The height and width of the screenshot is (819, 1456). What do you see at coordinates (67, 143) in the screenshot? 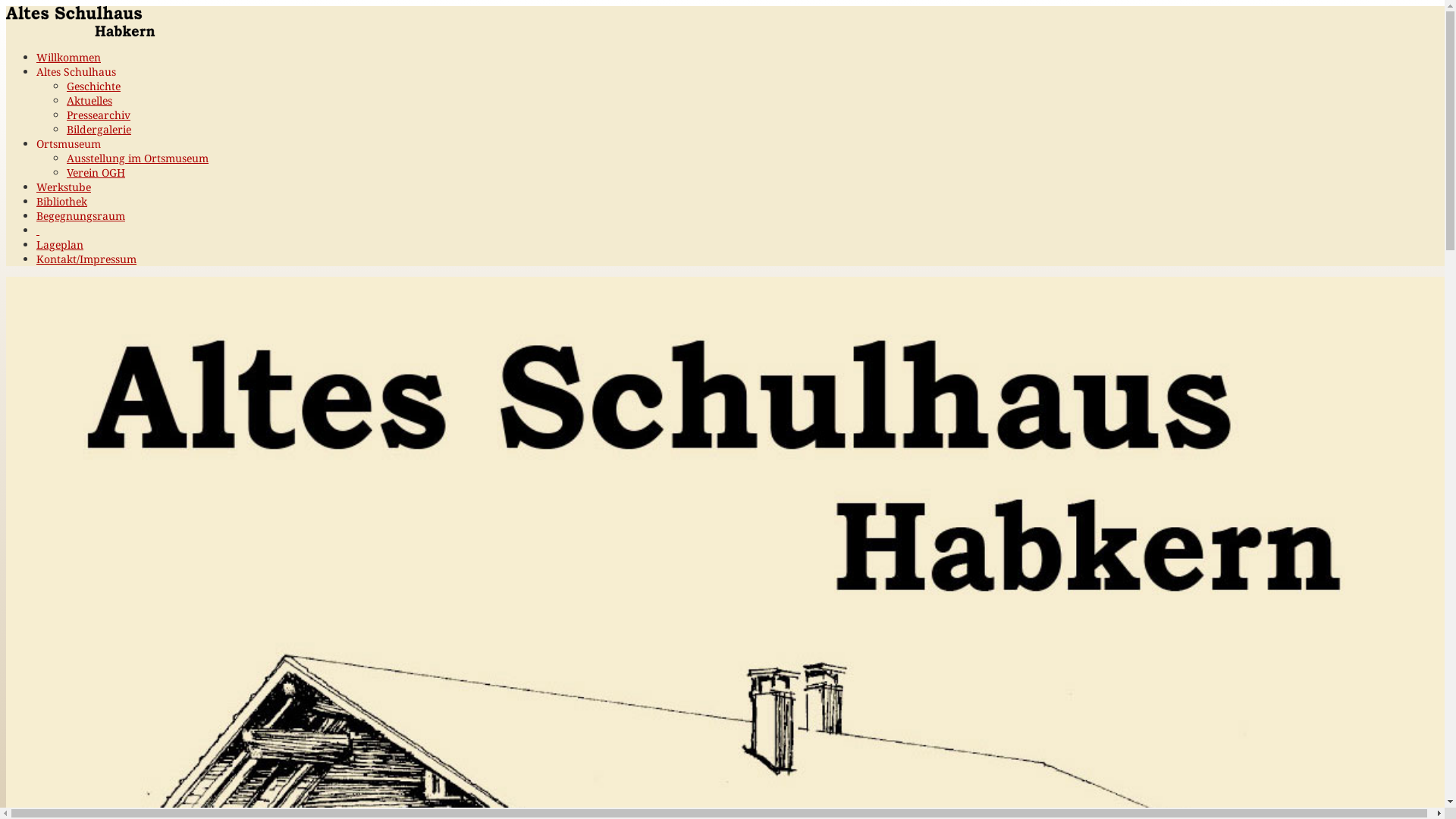
I see `'Ortsmuseum'` at bounding box center [67, 143].